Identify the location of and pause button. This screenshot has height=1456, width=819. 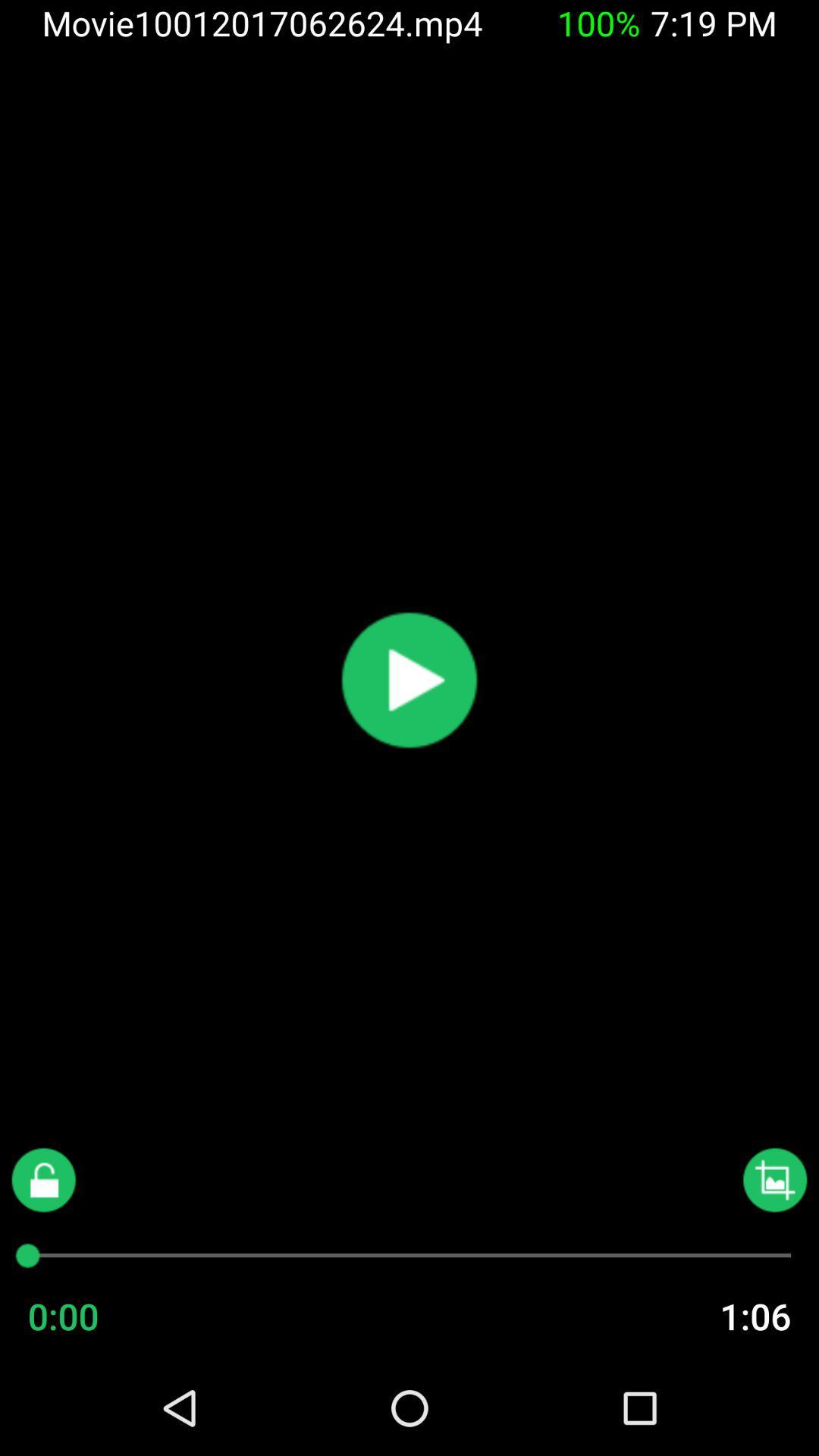
(409, 679).